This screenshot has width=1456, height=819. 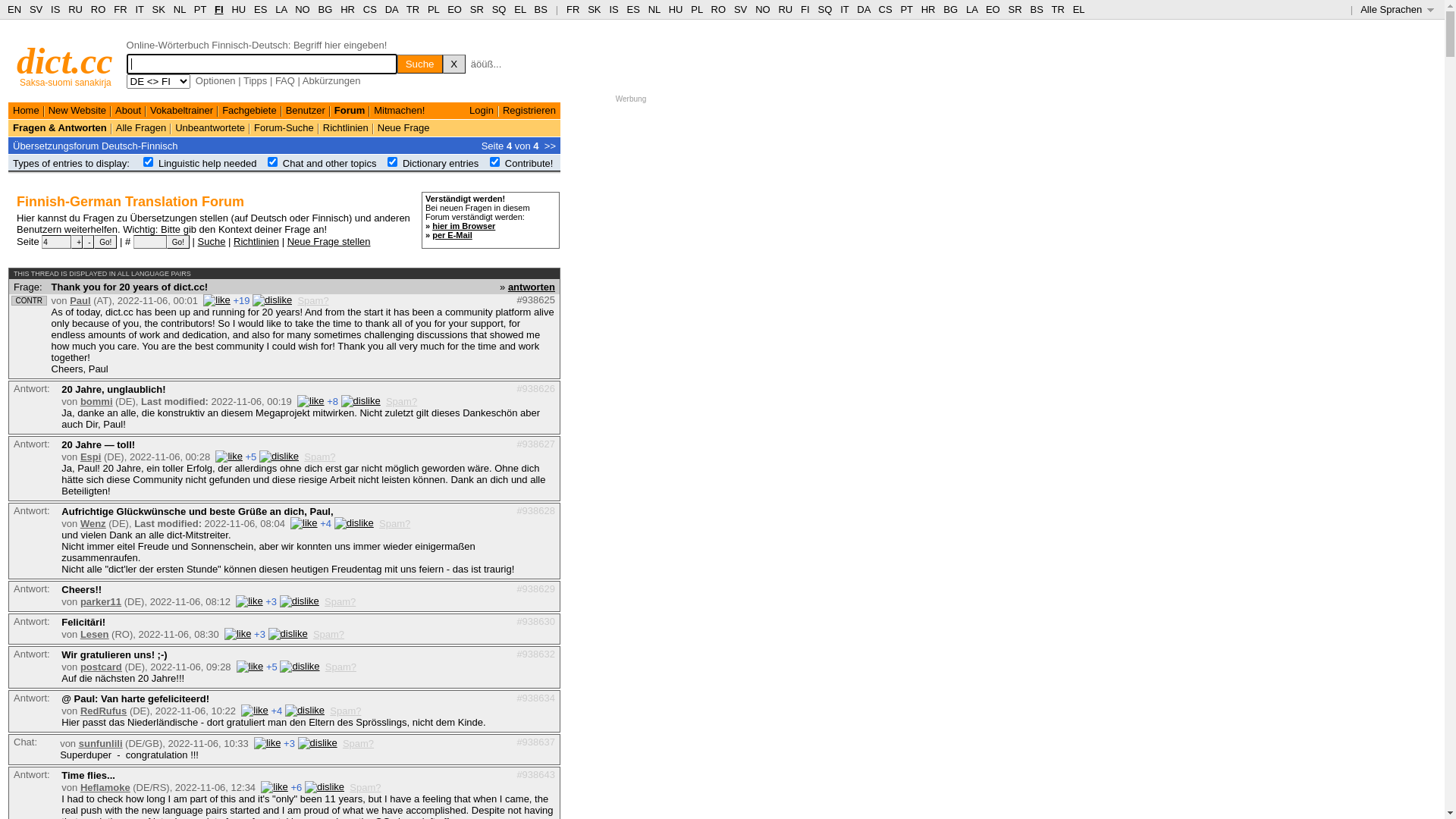 What do you see at coordinates (480, 109) in the screenshot?
I see `'Login'` at bounding box center [480, 109].